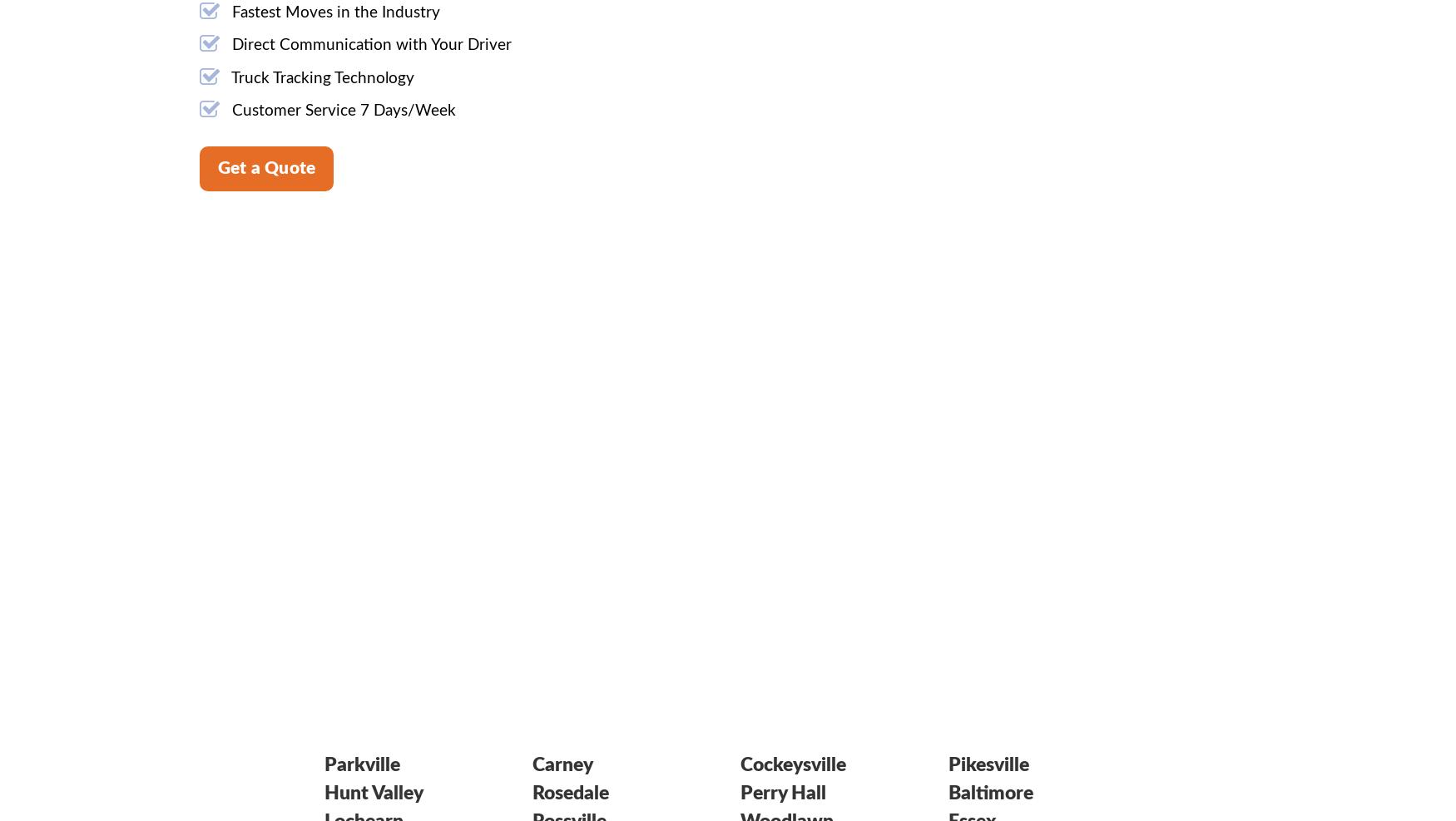 This screenshot has height=821, width=1456. What do you see at coordinates (324, 792) in the screenshot?
I see `'Hunt Valley'` at bounding box center [324, 792].